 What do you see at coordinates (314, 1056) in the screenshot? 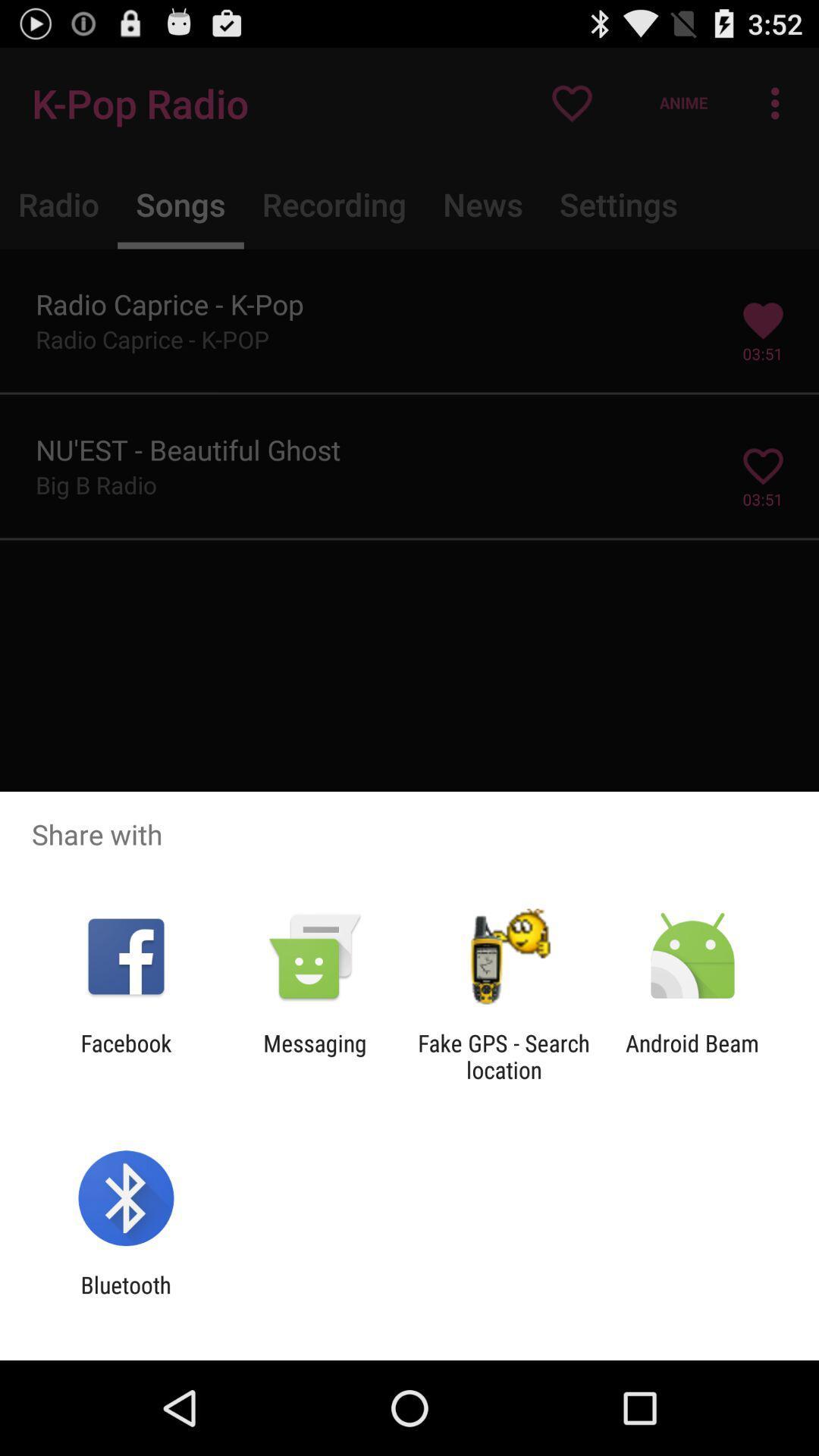
I see `icon to the left of fake gps search` at bounding box center [314, 1056].